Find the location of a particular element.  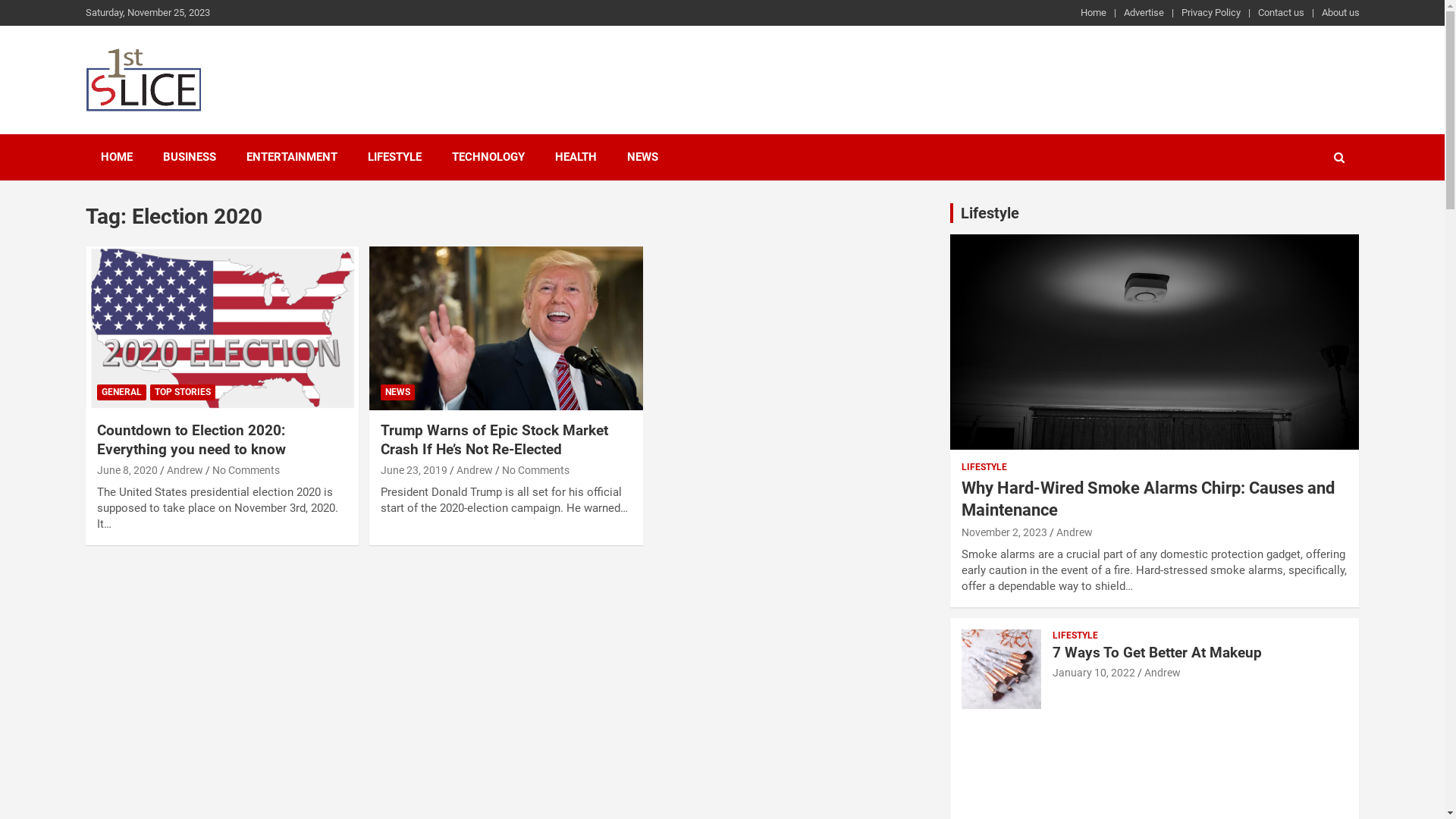

'TOP STORIES' is located at coordinates (182, 391).